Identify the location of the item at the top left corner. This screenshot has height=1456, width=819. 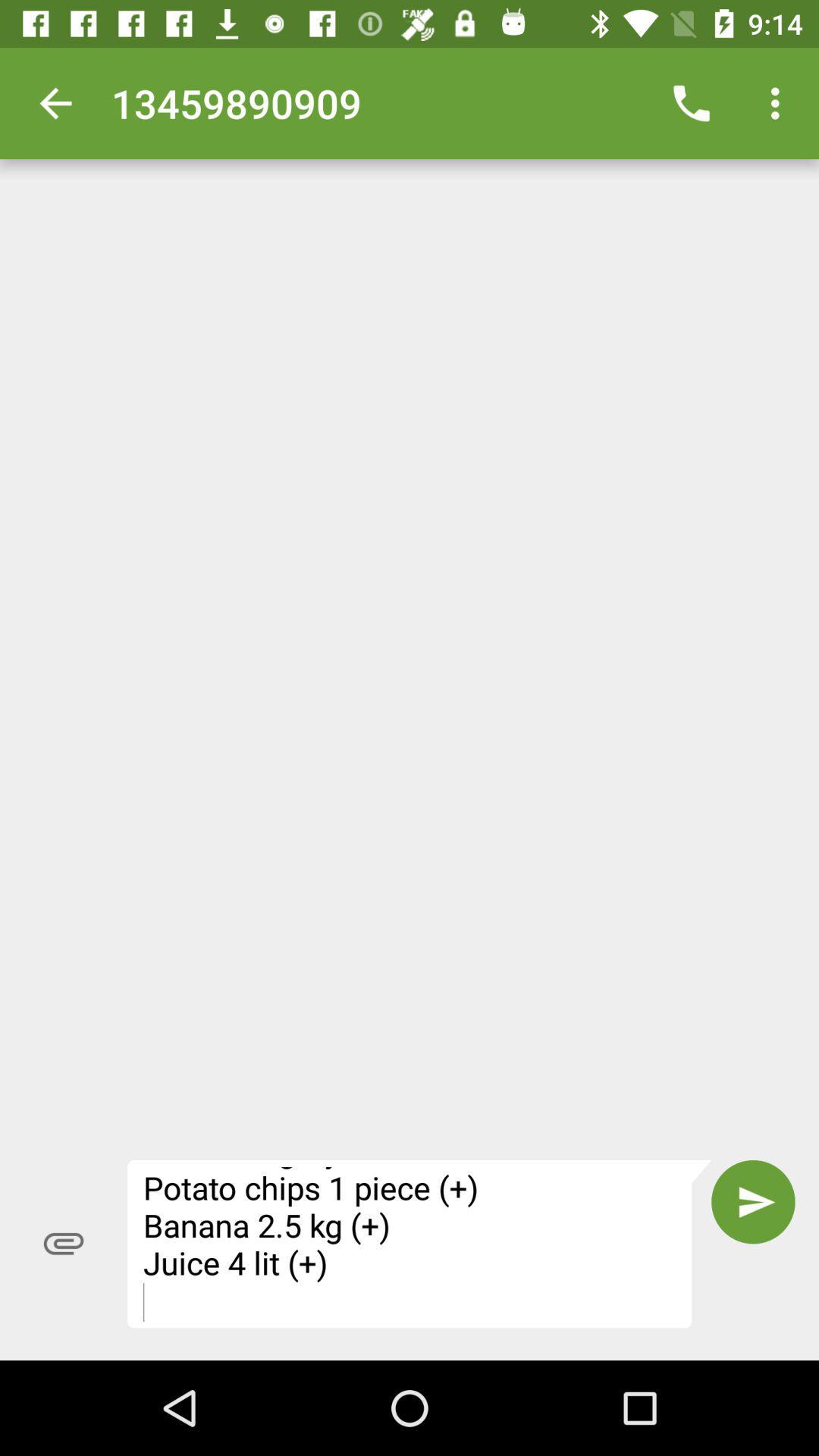
(55, 102).